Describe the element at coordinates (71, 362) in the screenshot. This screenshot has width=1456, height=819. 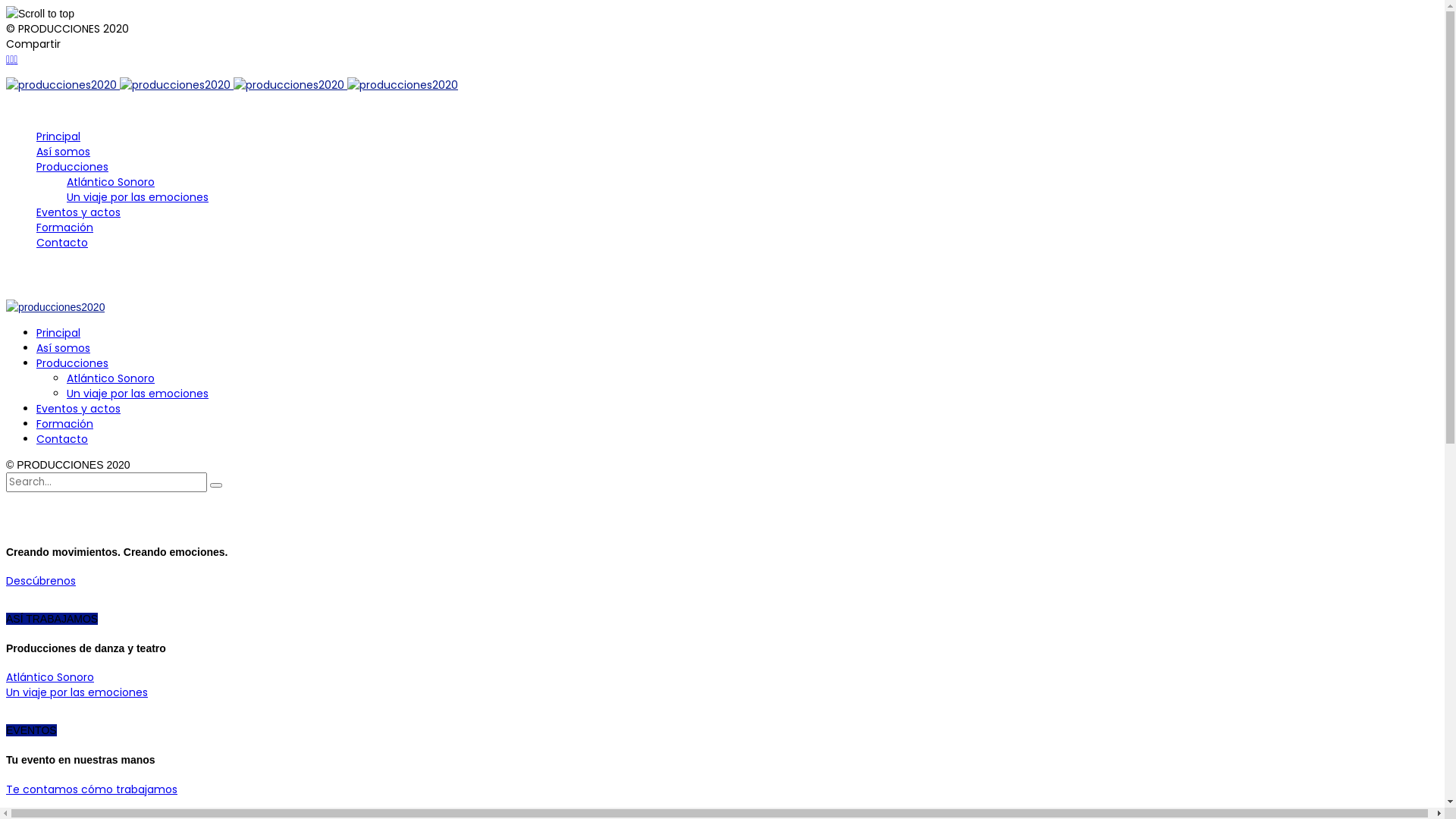
I see `'Producciones'` at that location.